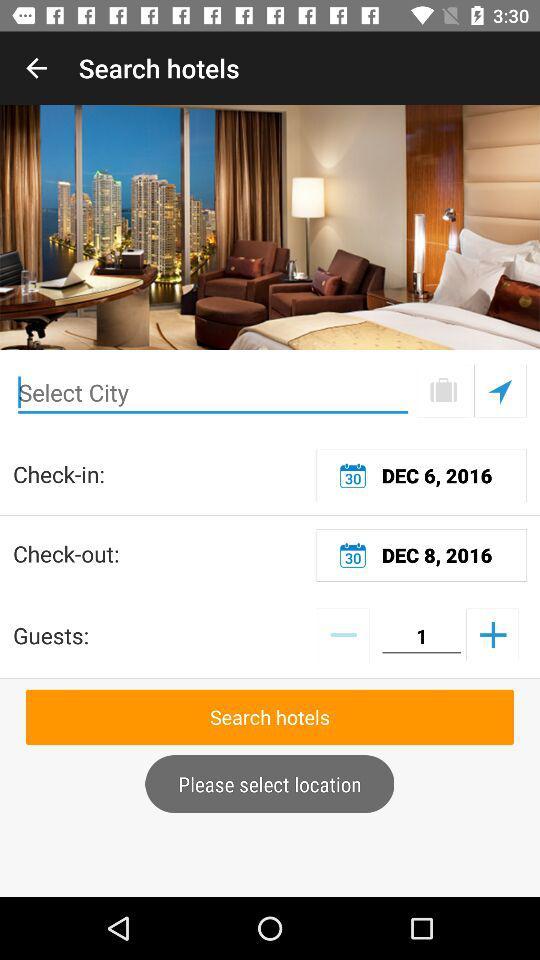 This screenshot has height=960, width=540. What do you see at coordinates (342, 633) in the screenshot?
I see `subtract guests` at bounding box center [342, 633].